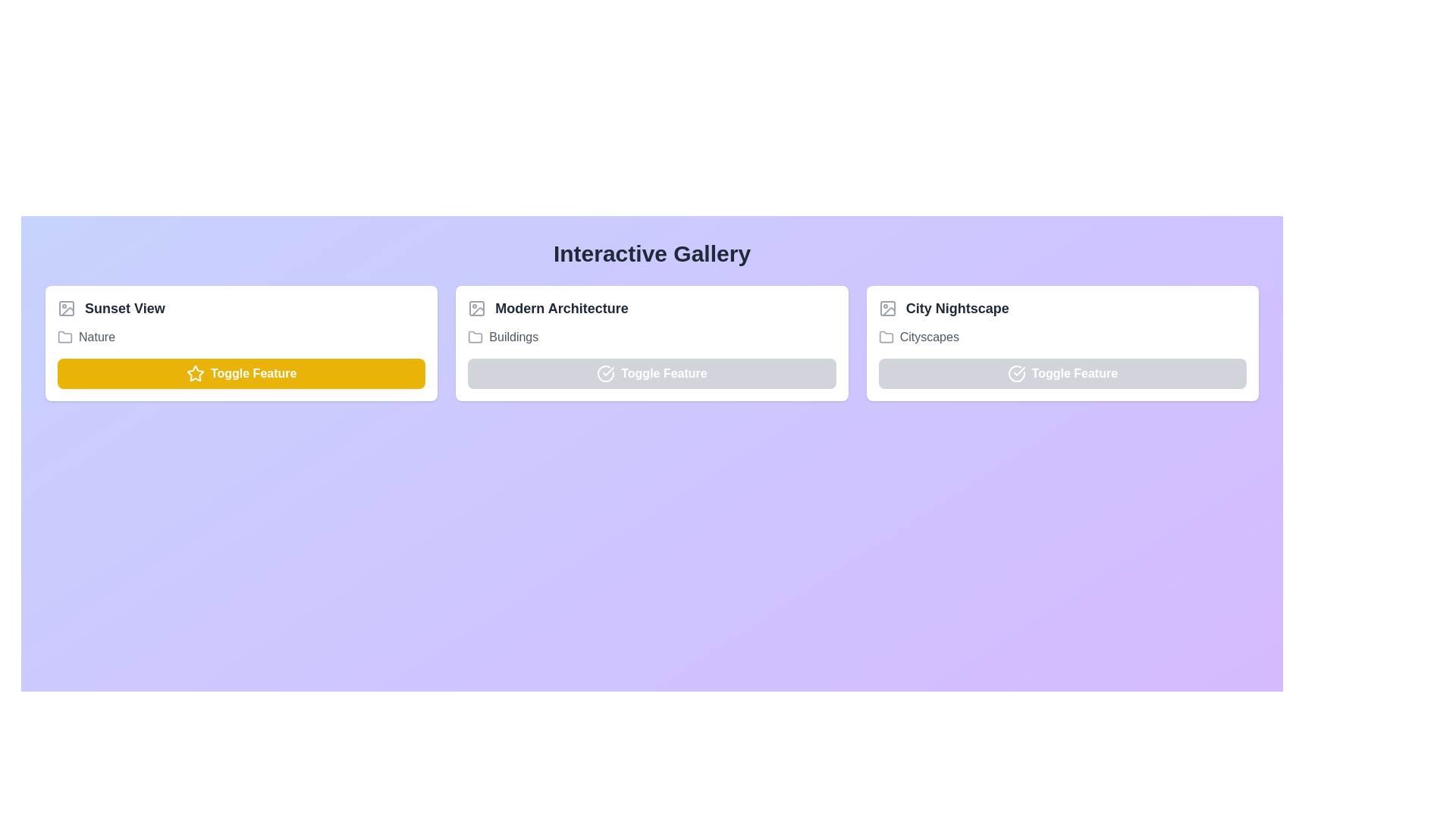 This screenshot has height=819, width=1456. I want to click on the star icon, which is a five-pointed star with a hollow center and yellow fill, located within the 'Toggle Feature' button under the 'Sunset View' section, so click(194, 373).